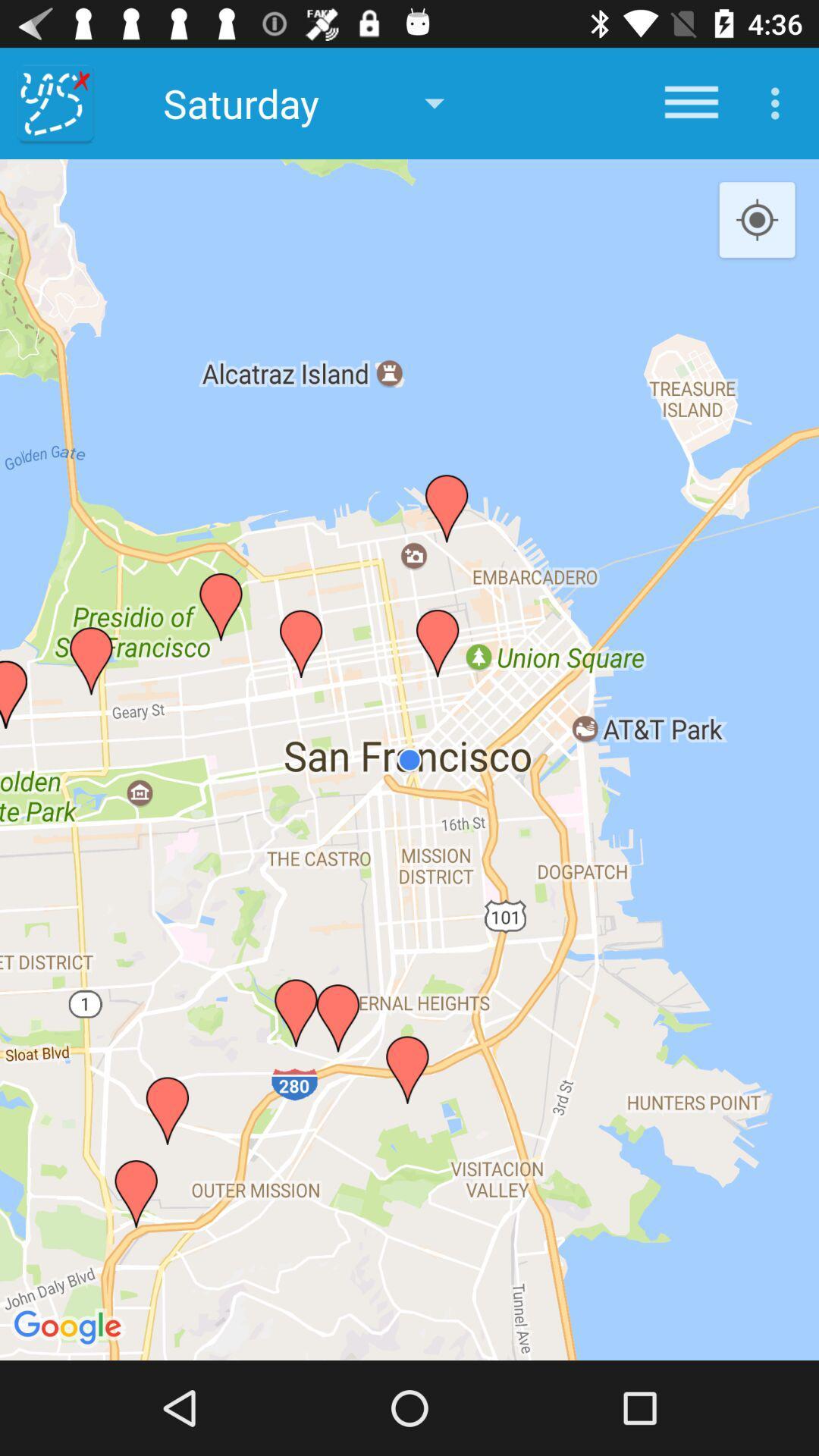 The height and width of the screenshot is (1456, 819). I want to click on the location_crosshair icon, so click(757, 220).